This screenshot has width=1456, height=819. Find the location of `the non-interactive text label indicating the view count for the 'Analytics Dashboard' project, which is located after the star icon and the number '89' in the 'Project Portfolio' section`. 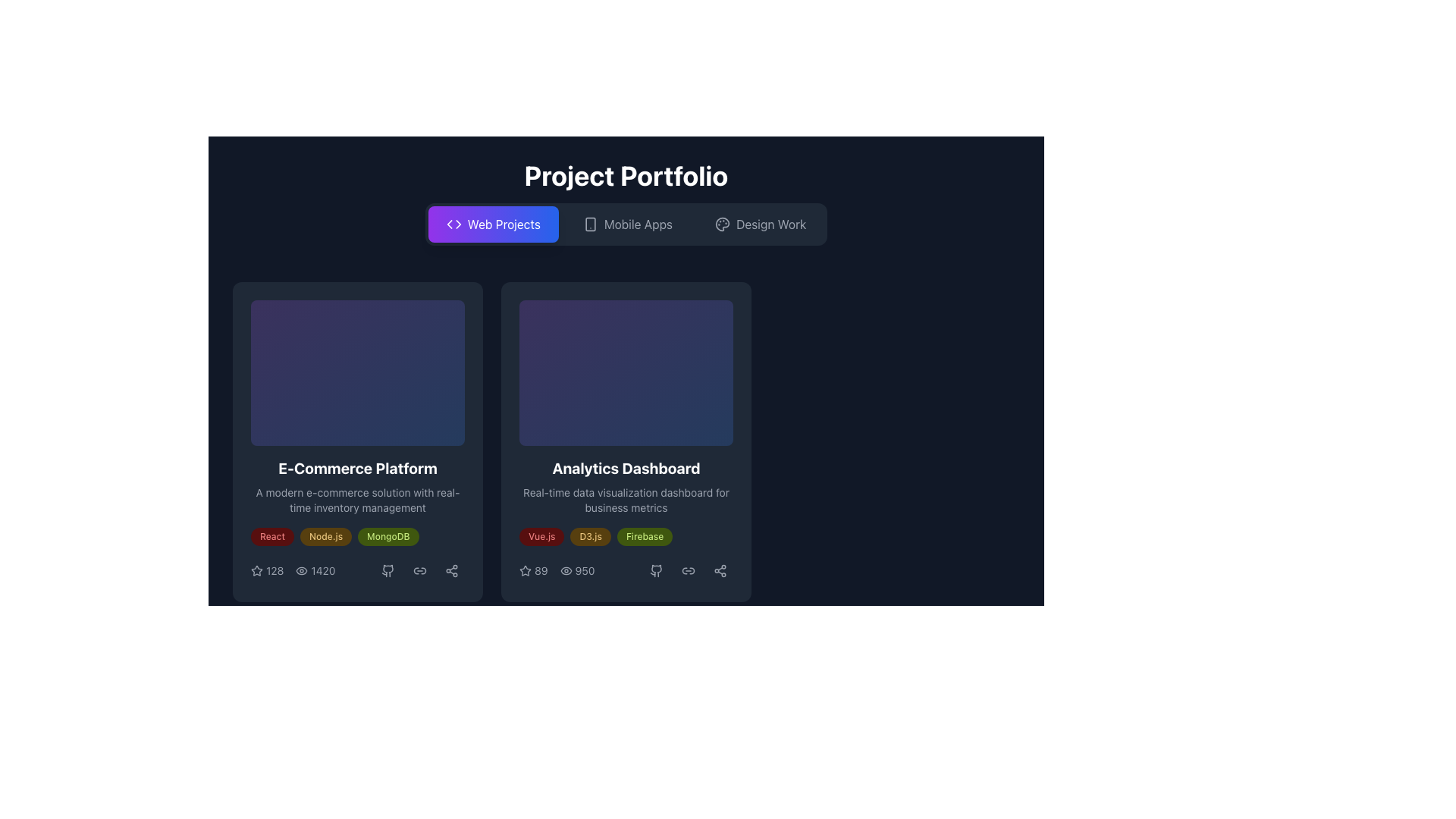

the non-interactive text label indicating the view count for the 'Analytics Dashboard' project, which is located after the star icon and the number '89' in the 'Project Portfolio' section is located at coordinates (576, 570).